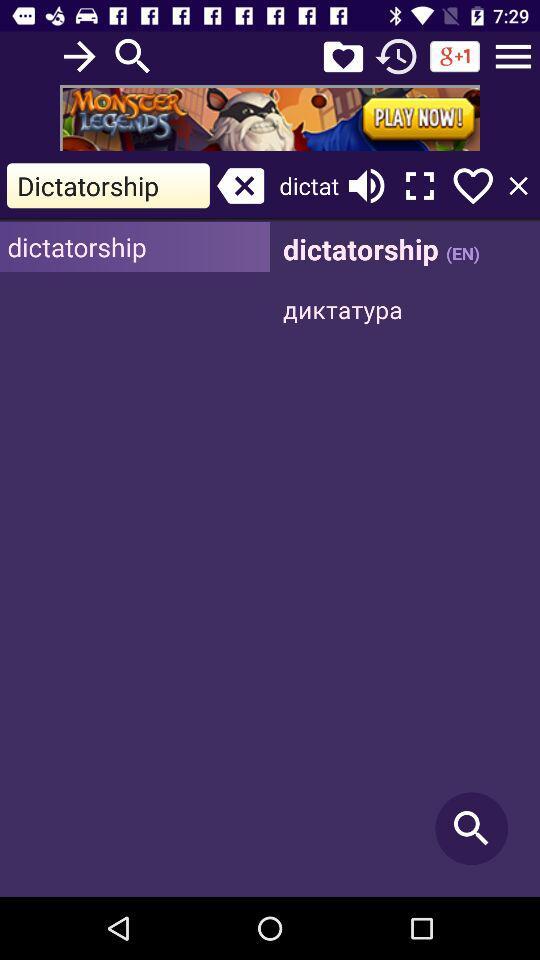 Image resolution: width=540 pixels, height=960 pixels. Describe the element at coordinates (78, 55) in the screenshot. I see `next` at that location.